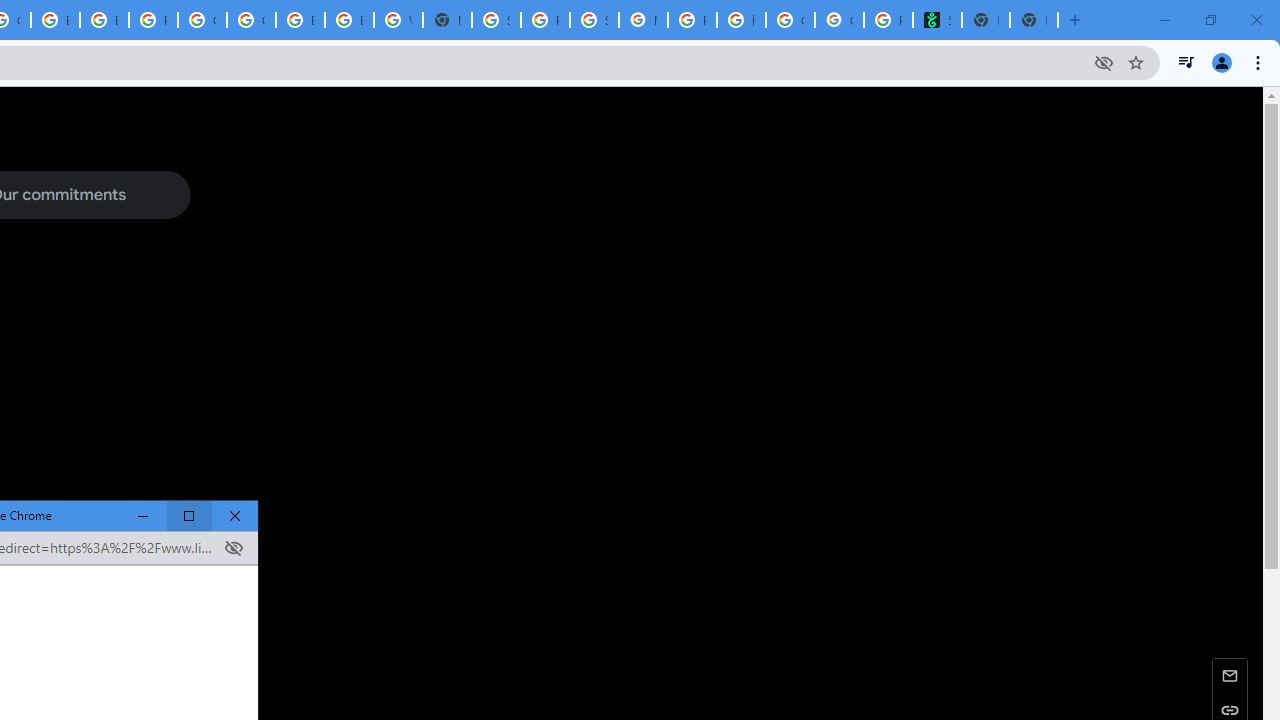  I want to click on 'Google Cloud Platform', so click(202, 20).